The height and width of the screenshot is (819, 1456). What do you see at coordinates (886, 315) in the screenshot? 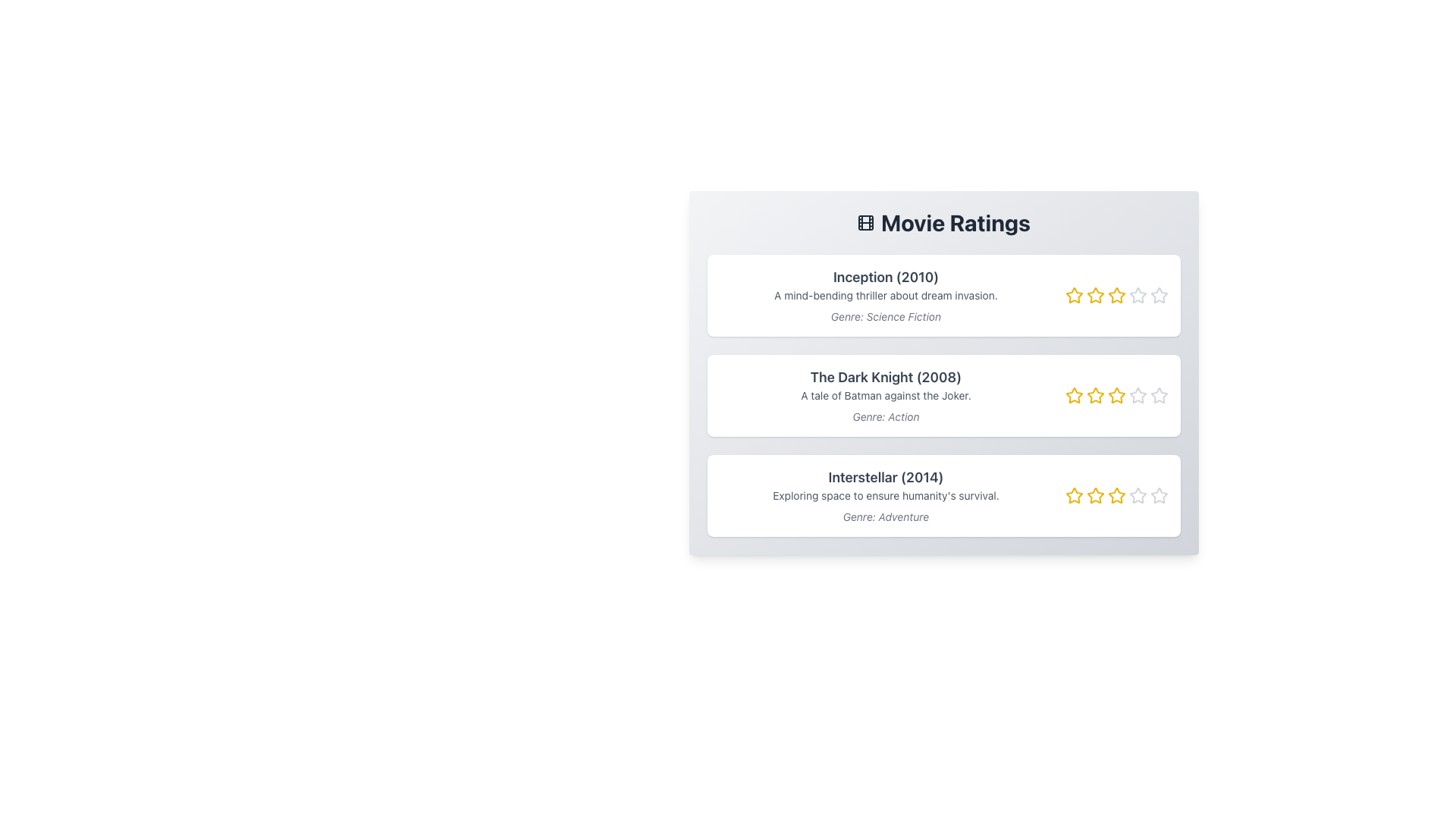
I see `text label indicating the genre of the movie 'Inception (2010)', which is 'Science Fiction', located below the descriptive text about the movie` at bounding box center [886, 315].